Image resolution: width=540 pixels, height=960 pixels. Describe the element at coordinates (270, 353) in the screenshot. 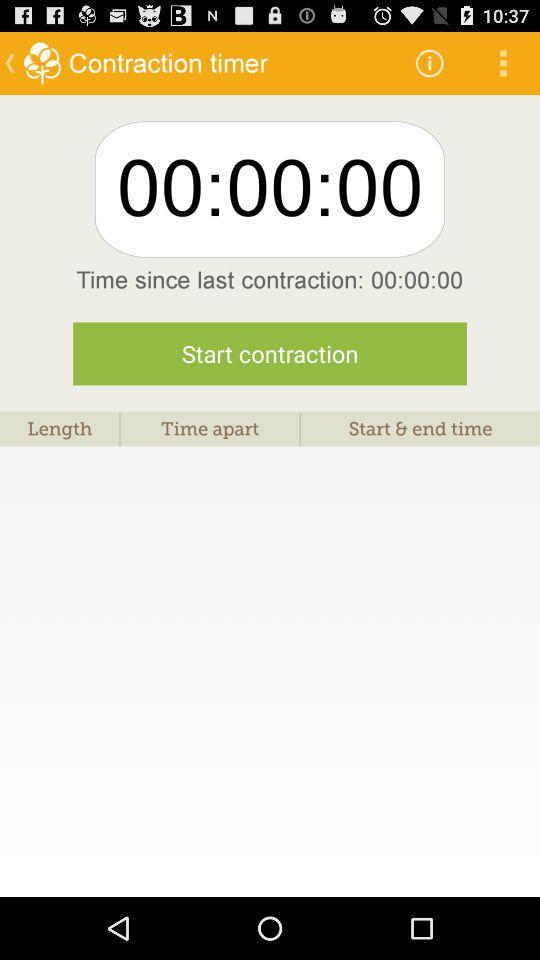

I see `the item above length item` at that location.